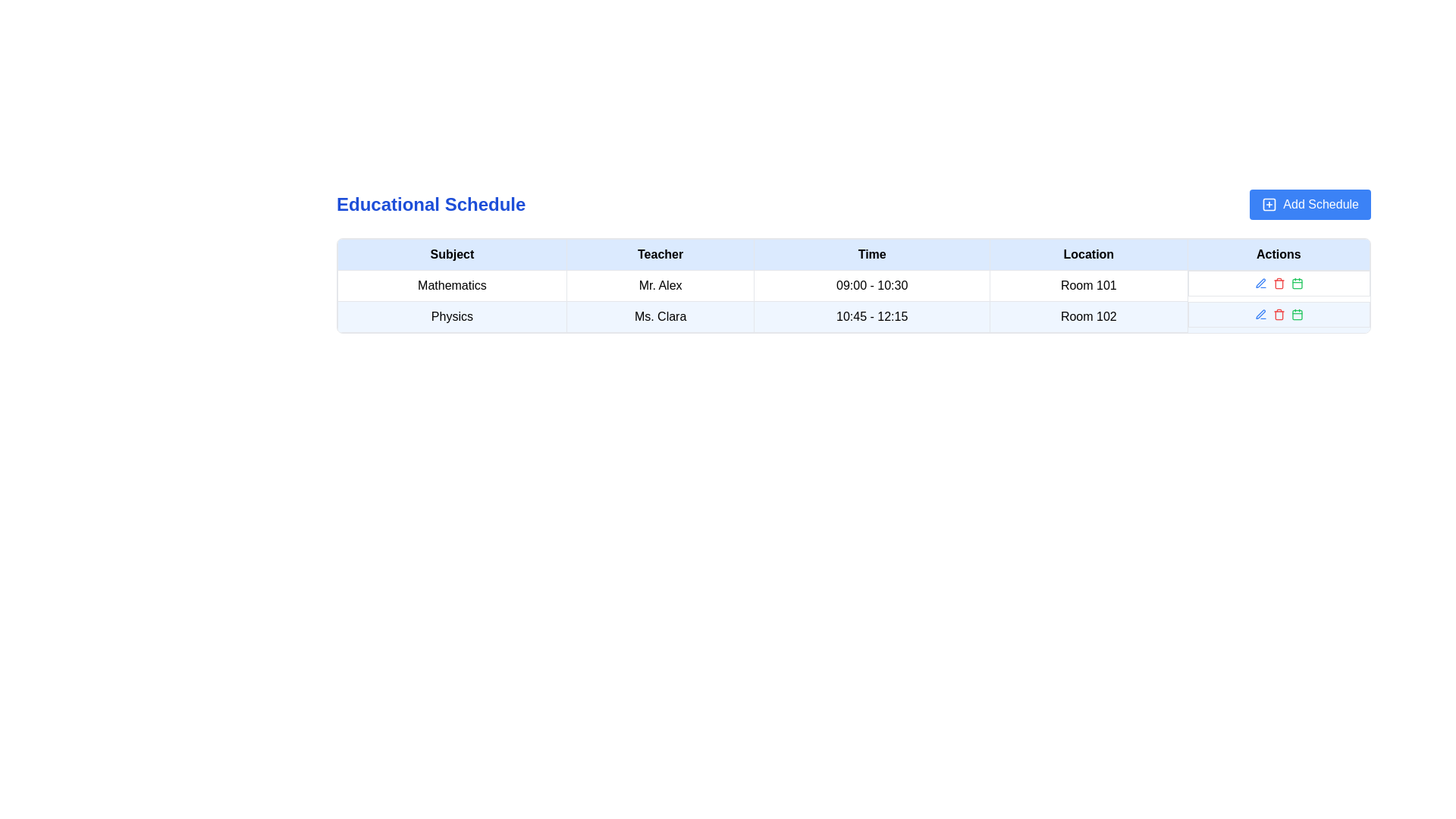 The width and height of the screenshot is (1456, 819). I want to click on the Text label displaying the time range '09:00 - 10:30' in the table cell, which is aligned with the 'Mathematics' subject and 'Mr. Alex' teacher name, so click(872, 286).